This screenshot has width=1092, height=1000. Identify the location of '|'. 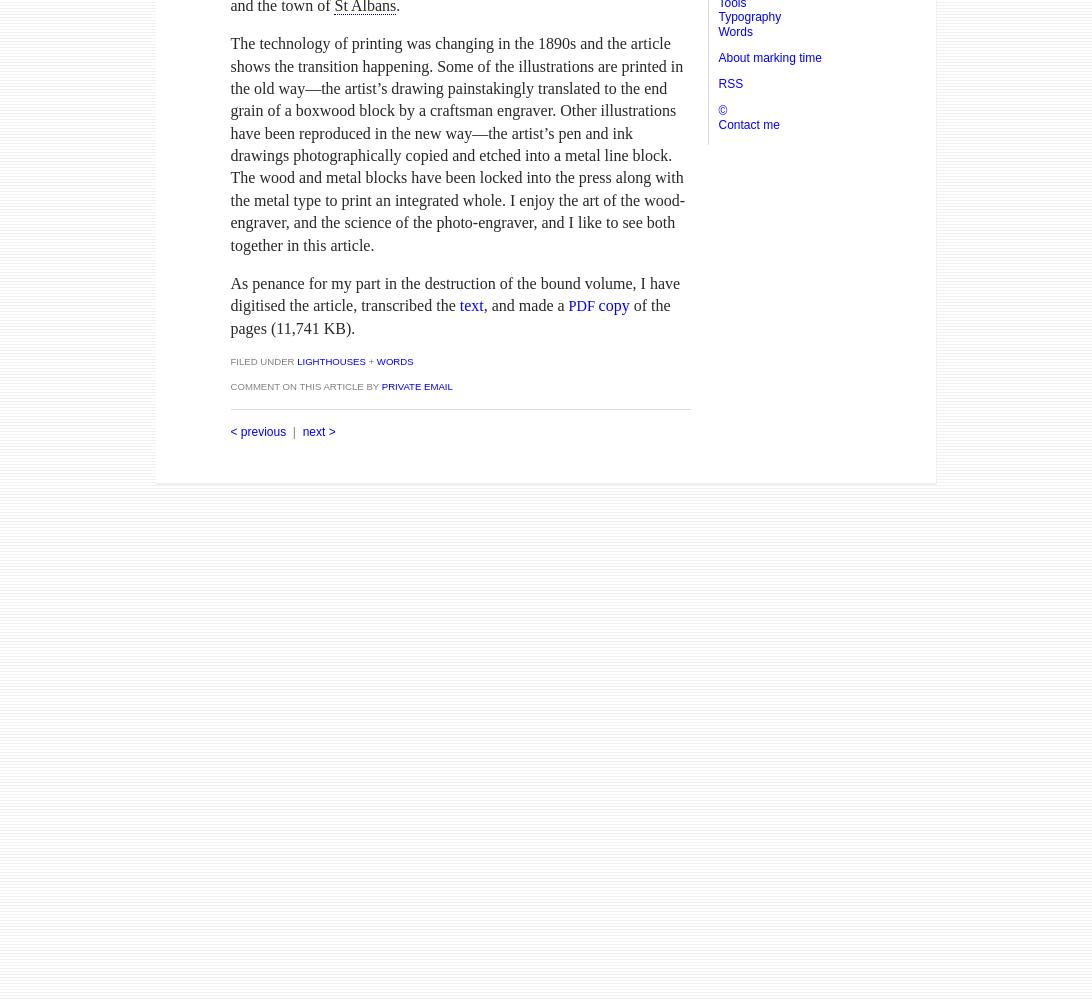
(293, 431).